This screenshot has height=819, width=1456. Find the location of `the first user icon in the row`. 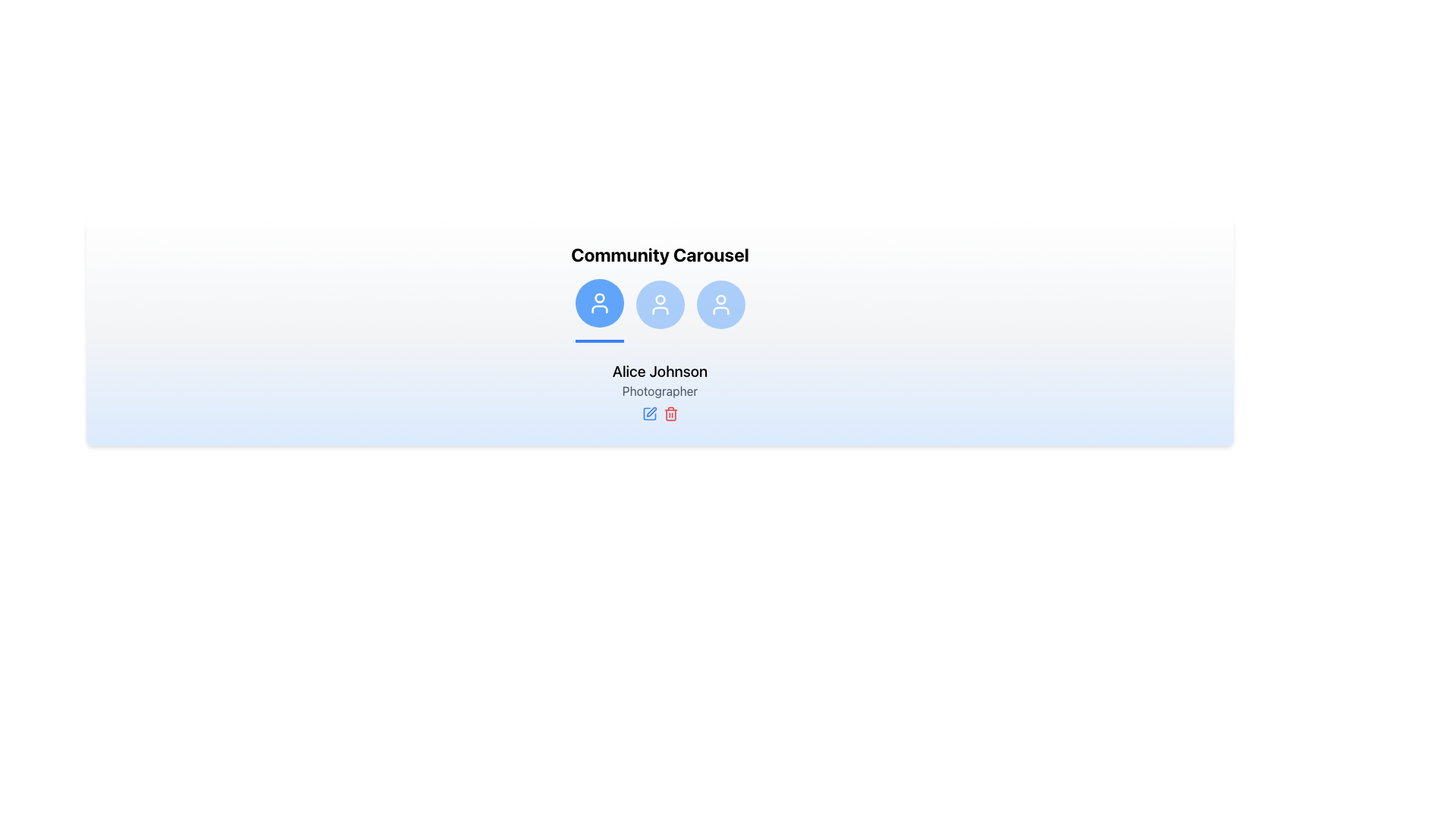

the first user icon in the row is located at coordinates (598, 309).